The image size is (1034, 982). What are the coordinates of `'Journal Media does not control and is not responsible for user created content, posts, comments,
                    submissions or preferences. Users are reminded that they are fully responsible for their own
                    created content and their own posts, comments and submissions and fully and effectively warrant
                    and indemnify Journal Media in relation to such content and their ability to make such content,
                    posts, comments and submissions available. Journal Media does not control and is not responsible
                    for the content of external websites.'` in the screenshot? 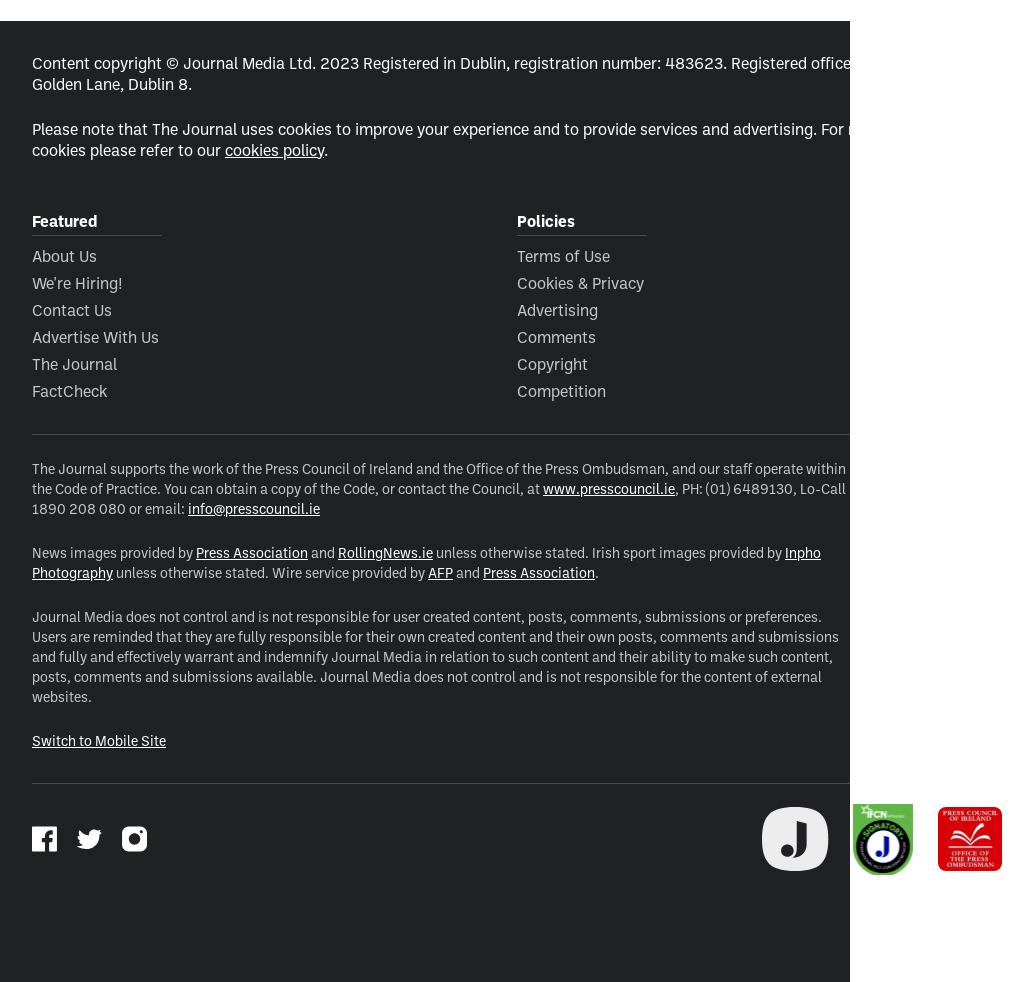 It's located at (31, 654).